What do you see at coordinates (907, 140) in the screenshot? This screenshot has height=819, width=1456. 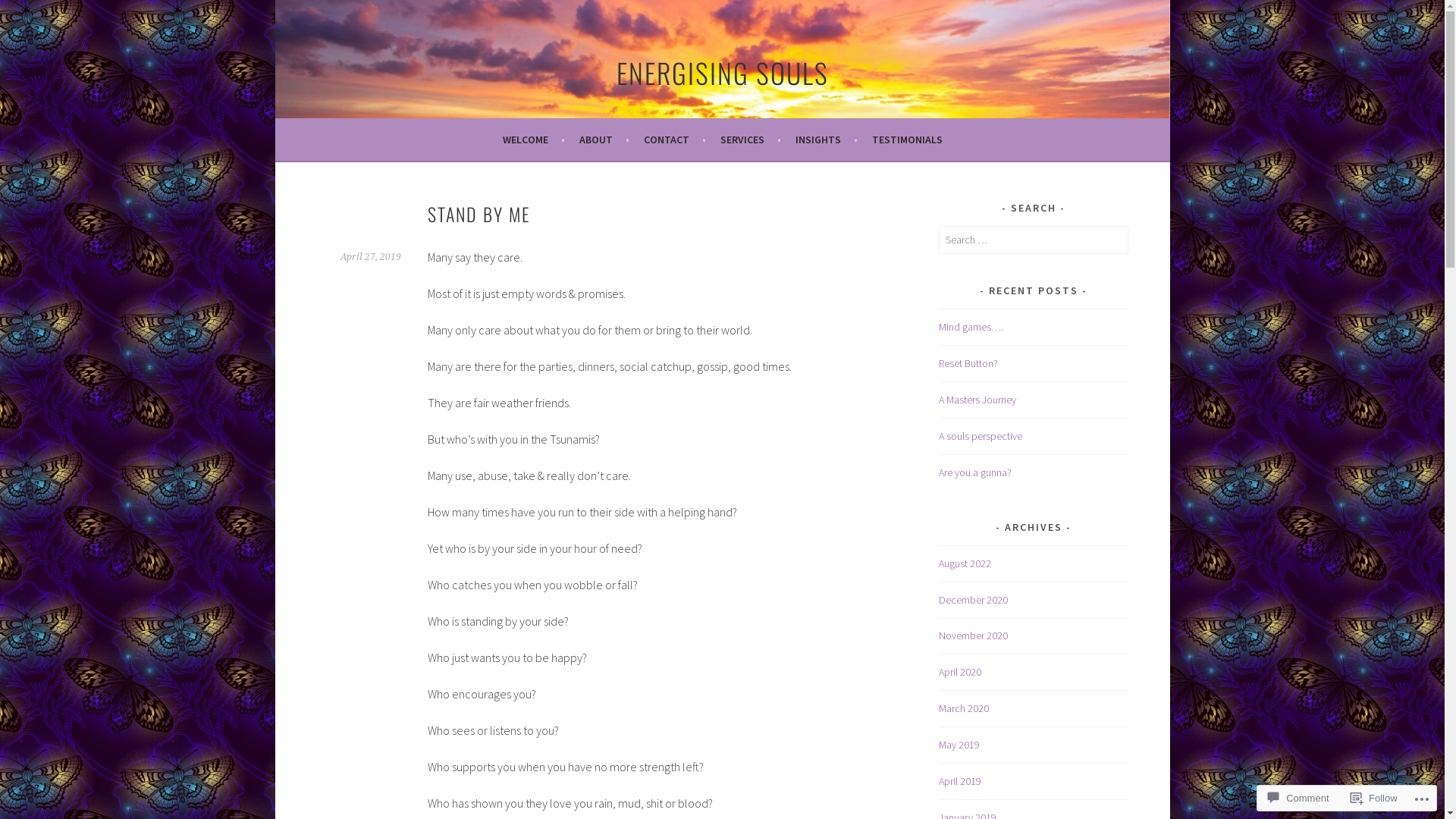 I see `'TESTIMONIALS'` at bounding box center [907, 140].